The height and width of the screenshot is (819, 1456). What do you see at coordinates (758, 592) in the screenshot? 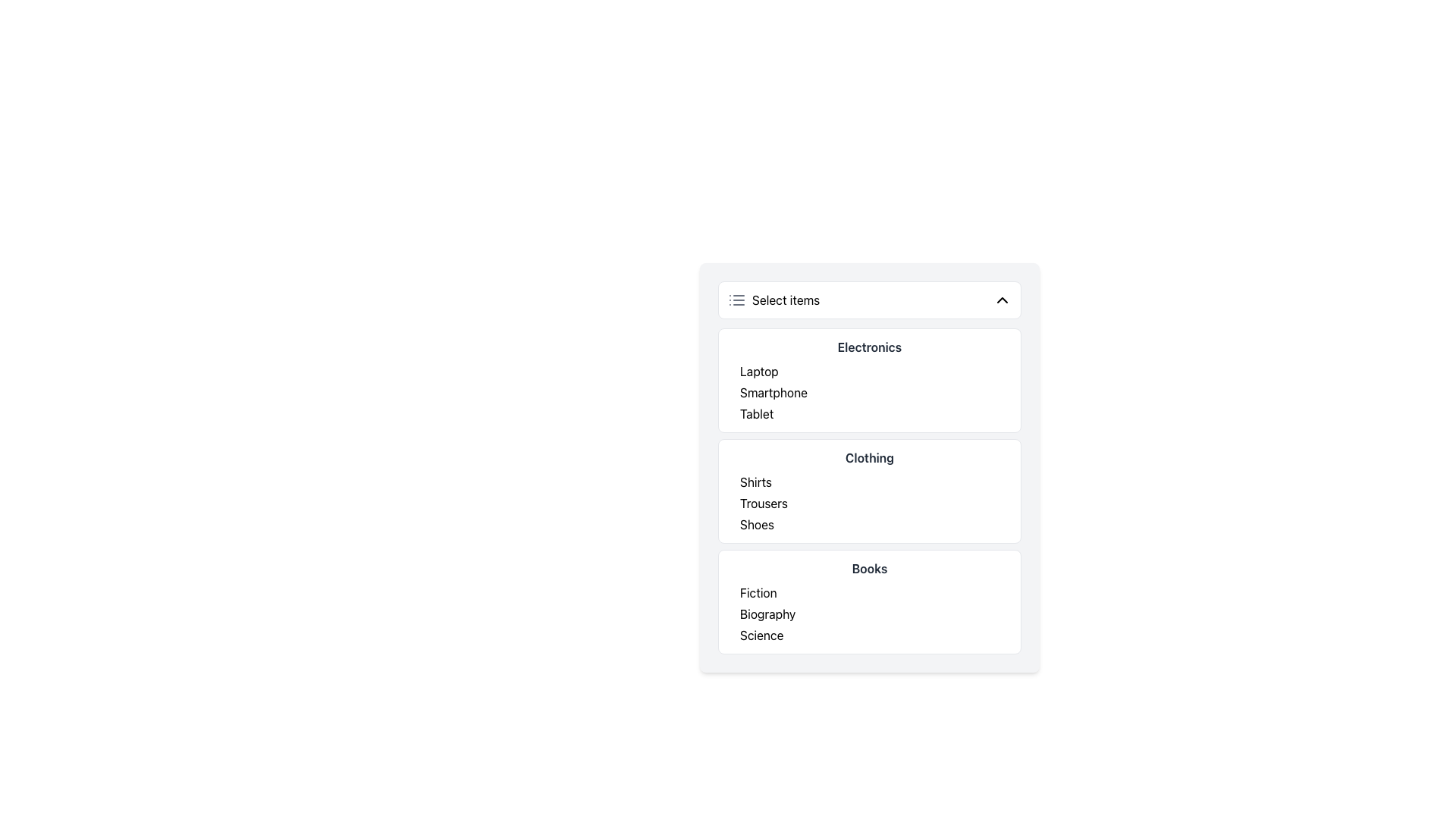
I see `the first text label in the 'Books' section of the dropdown menu` at bounding box center [758, 592].